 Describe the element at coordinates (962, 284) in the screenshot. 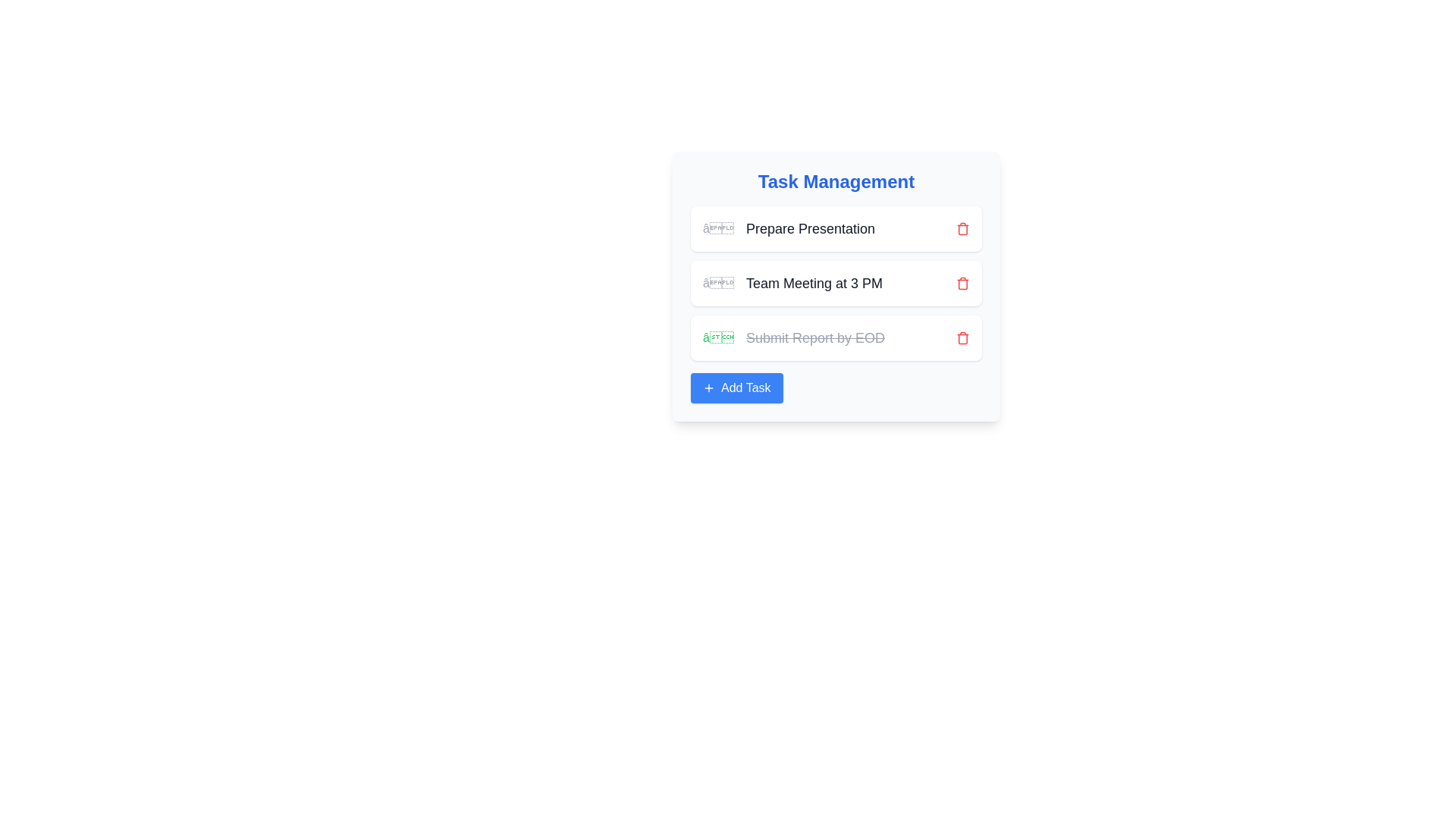

I see `the delete button for the 'Team Meeting at 3 PM' task` at that location.